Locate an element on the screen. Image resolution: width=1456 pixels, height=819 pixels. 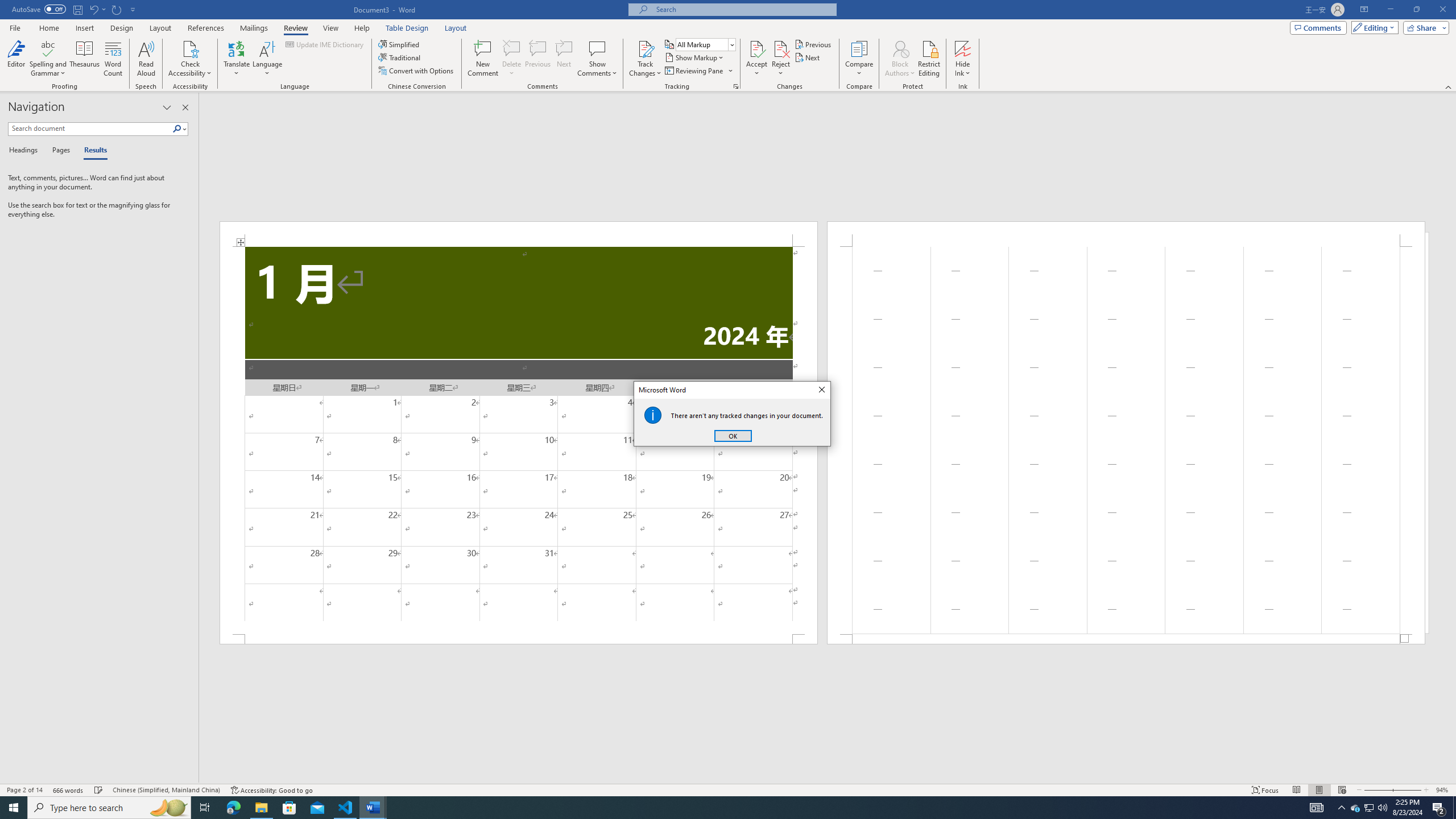
'Display for Review' is located at coordinates (705, 44).